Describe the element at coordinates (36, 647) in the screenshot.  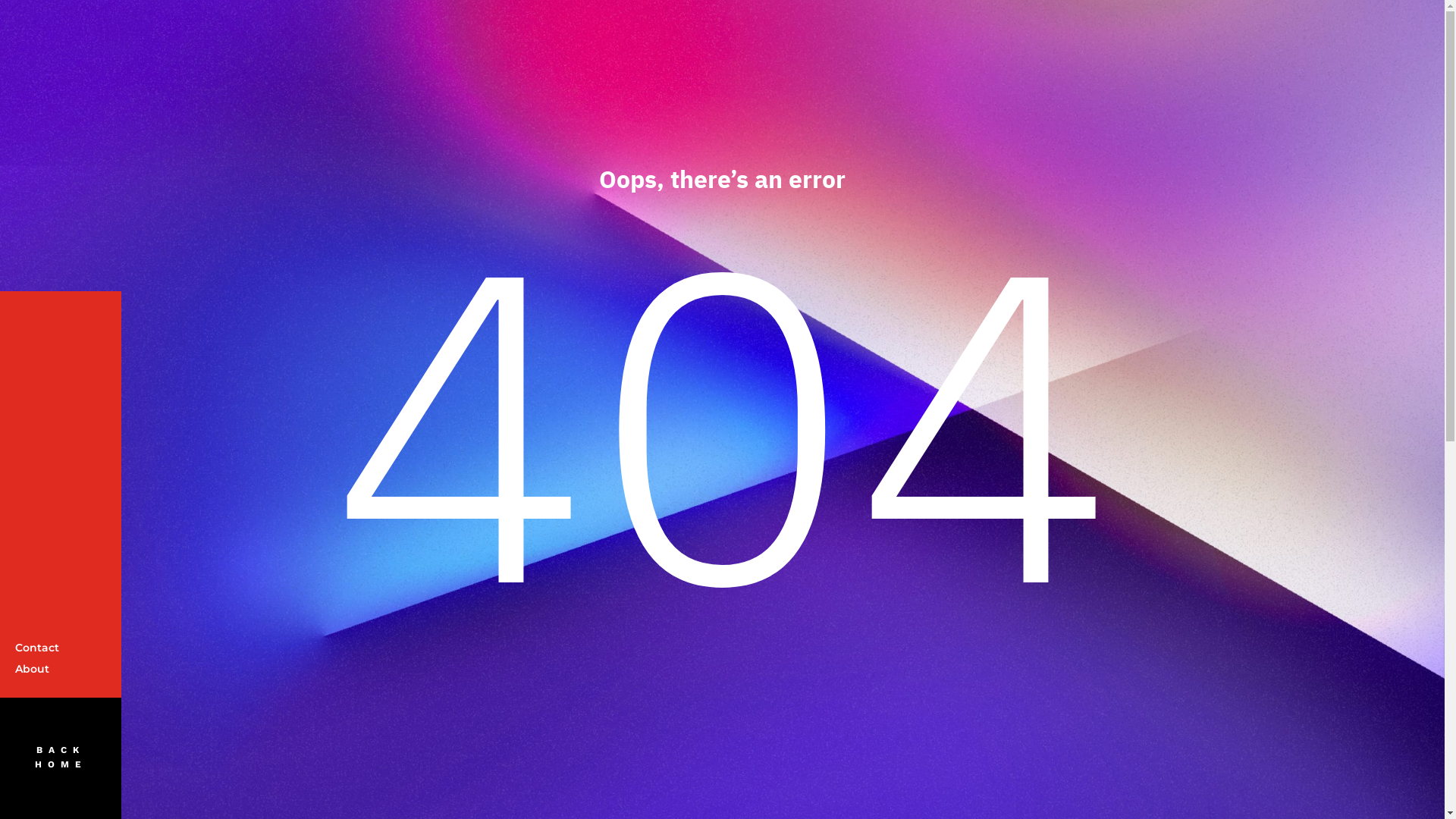
I see `'Contact'` at that location.